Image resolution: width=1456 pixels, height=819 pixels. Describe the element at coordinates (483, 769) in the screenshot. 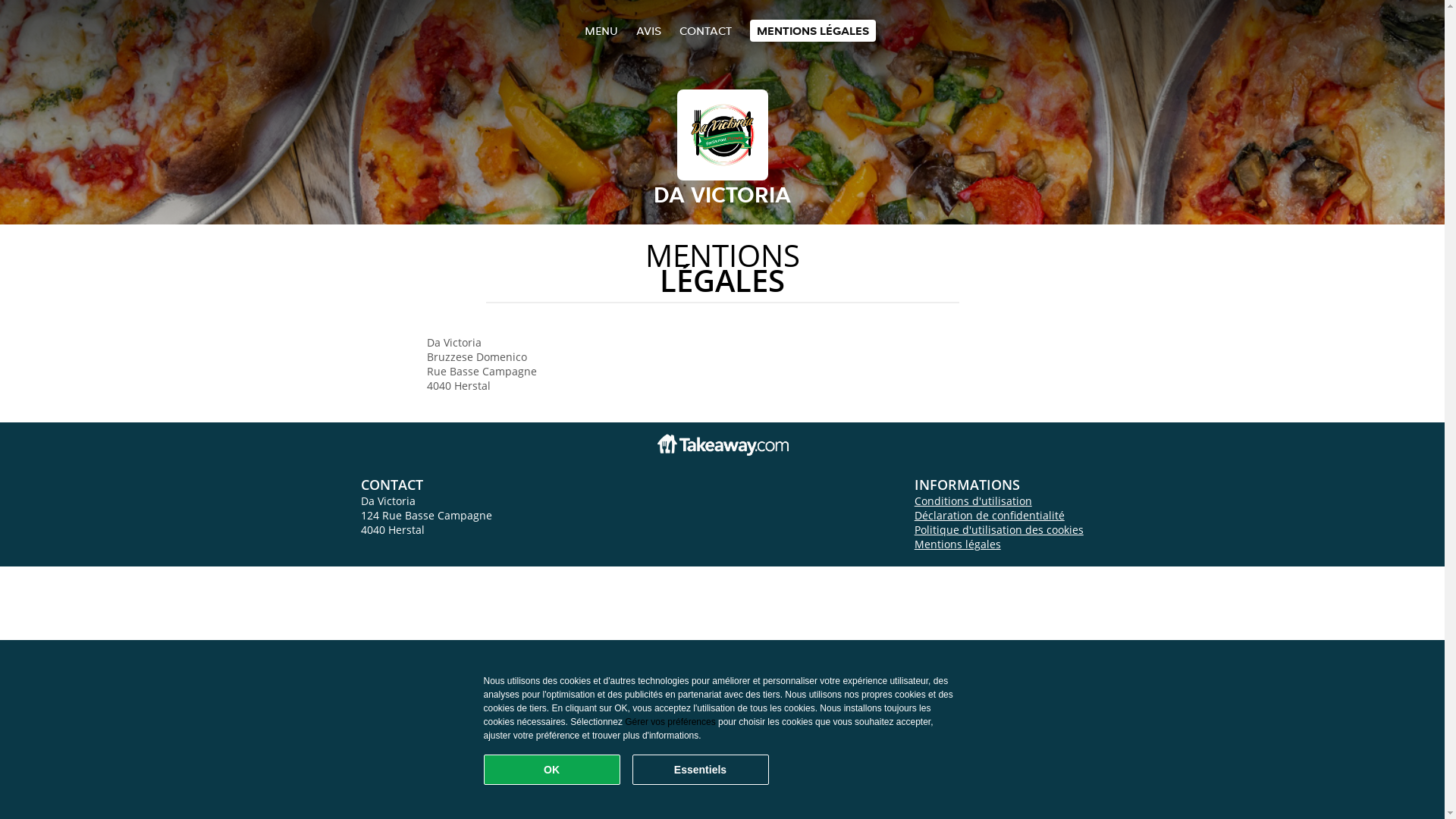

I see `'OK'` at that location.